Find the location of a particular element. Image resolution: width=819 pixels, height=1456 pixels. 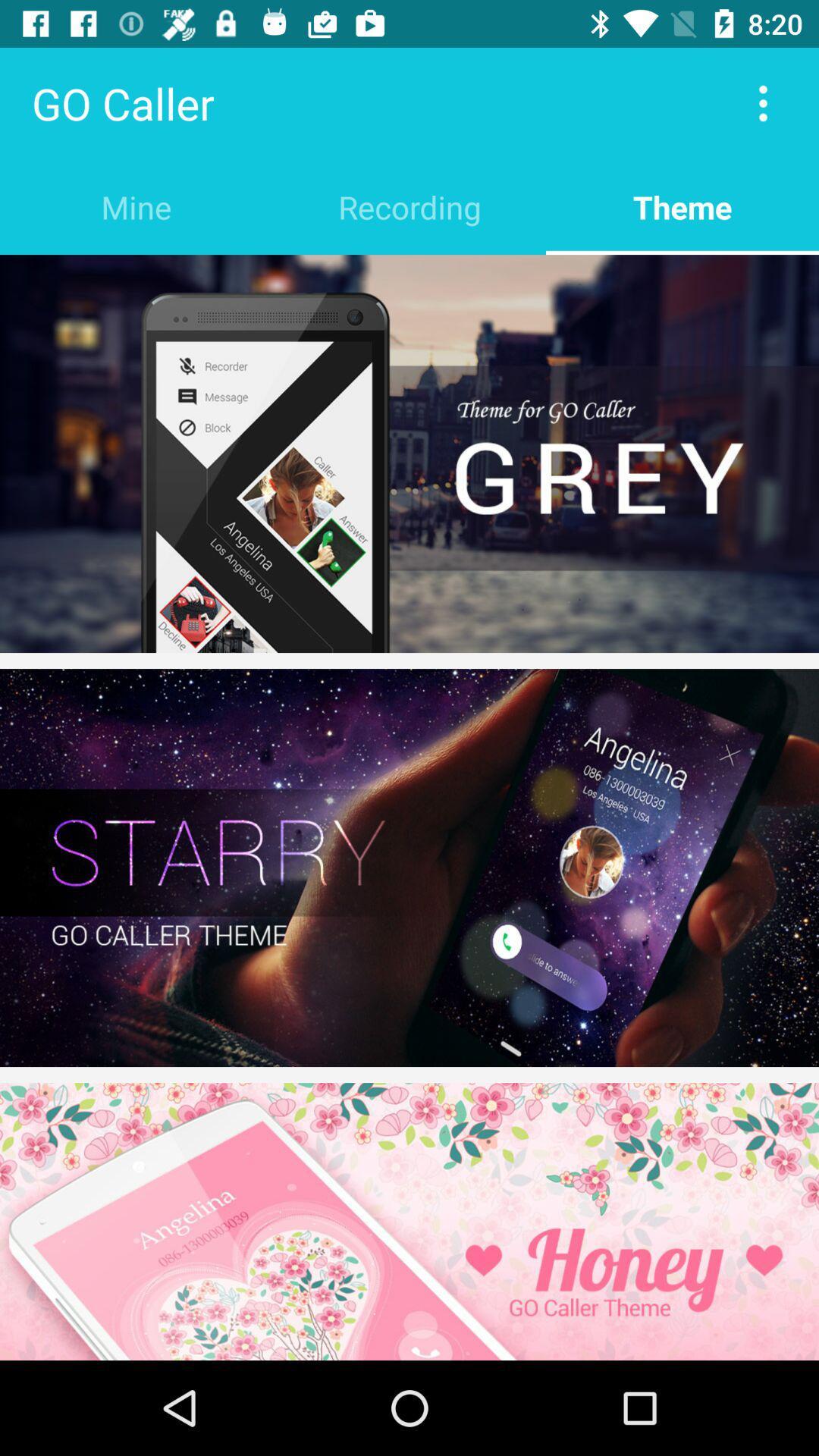

the icon to the right of go caller is located at coordinates (763, 102).